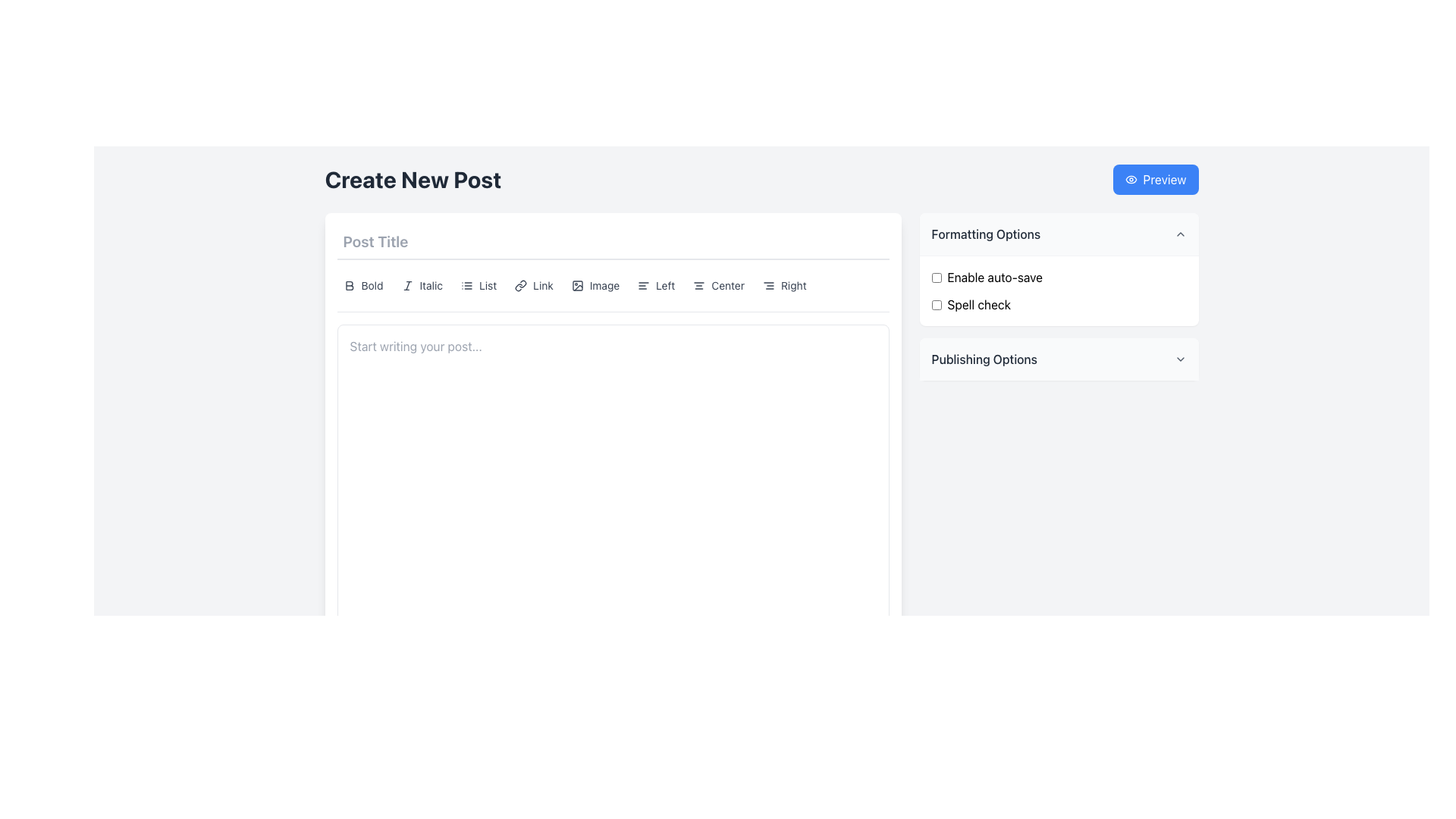 Image resolution: width=1456 pixels, height=819 pixels. What do you see at coordinates (656, 286) in the screenshot?
I see `the 'Left' button with a left alignment icon located in the toolbar section` at bounding box center [656, 286].